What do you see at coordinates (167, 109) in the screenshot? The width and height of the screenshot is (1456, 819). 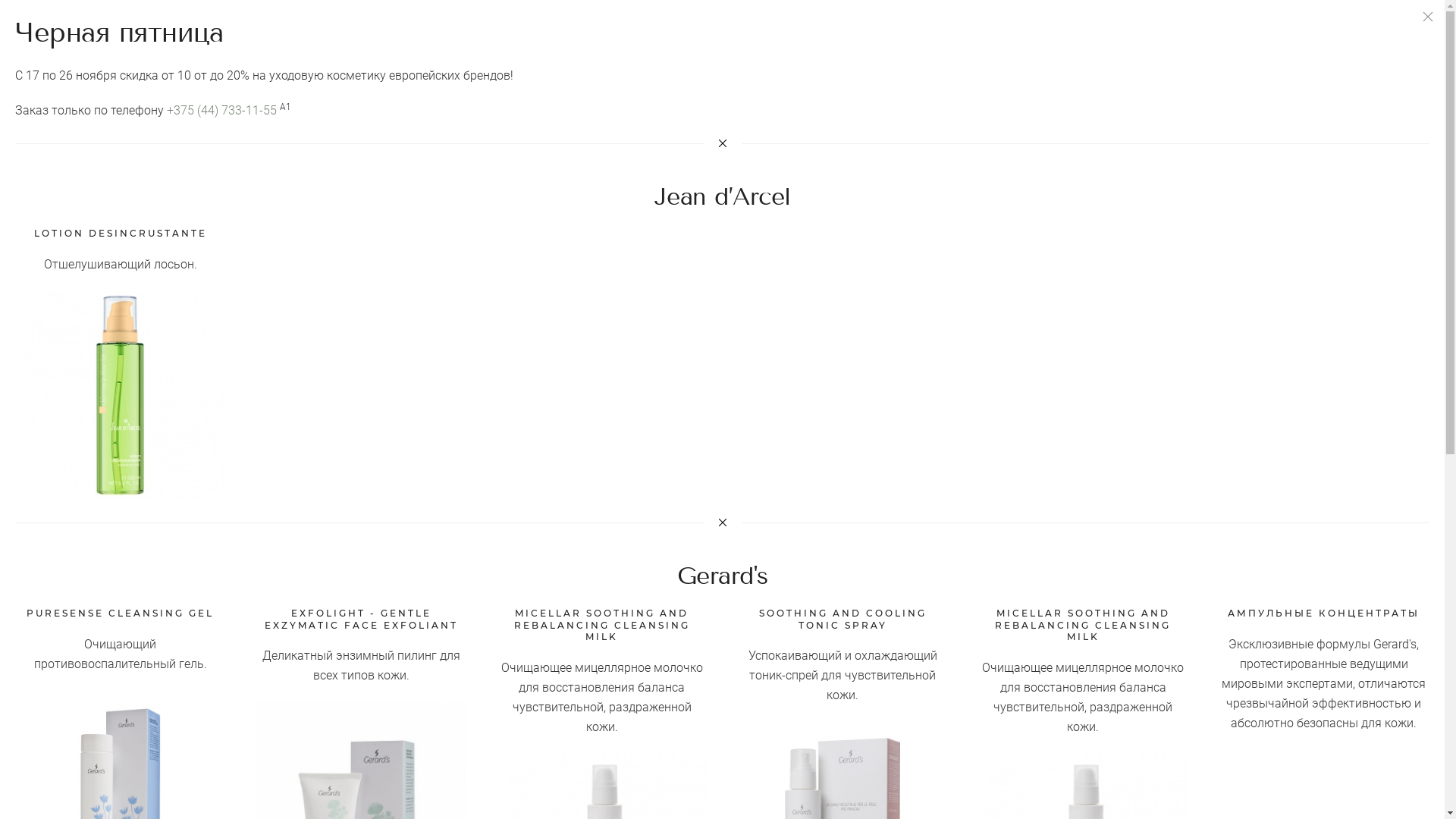 I see `'+375 (44) 733-11-55'` at bounding box center [167, 109].